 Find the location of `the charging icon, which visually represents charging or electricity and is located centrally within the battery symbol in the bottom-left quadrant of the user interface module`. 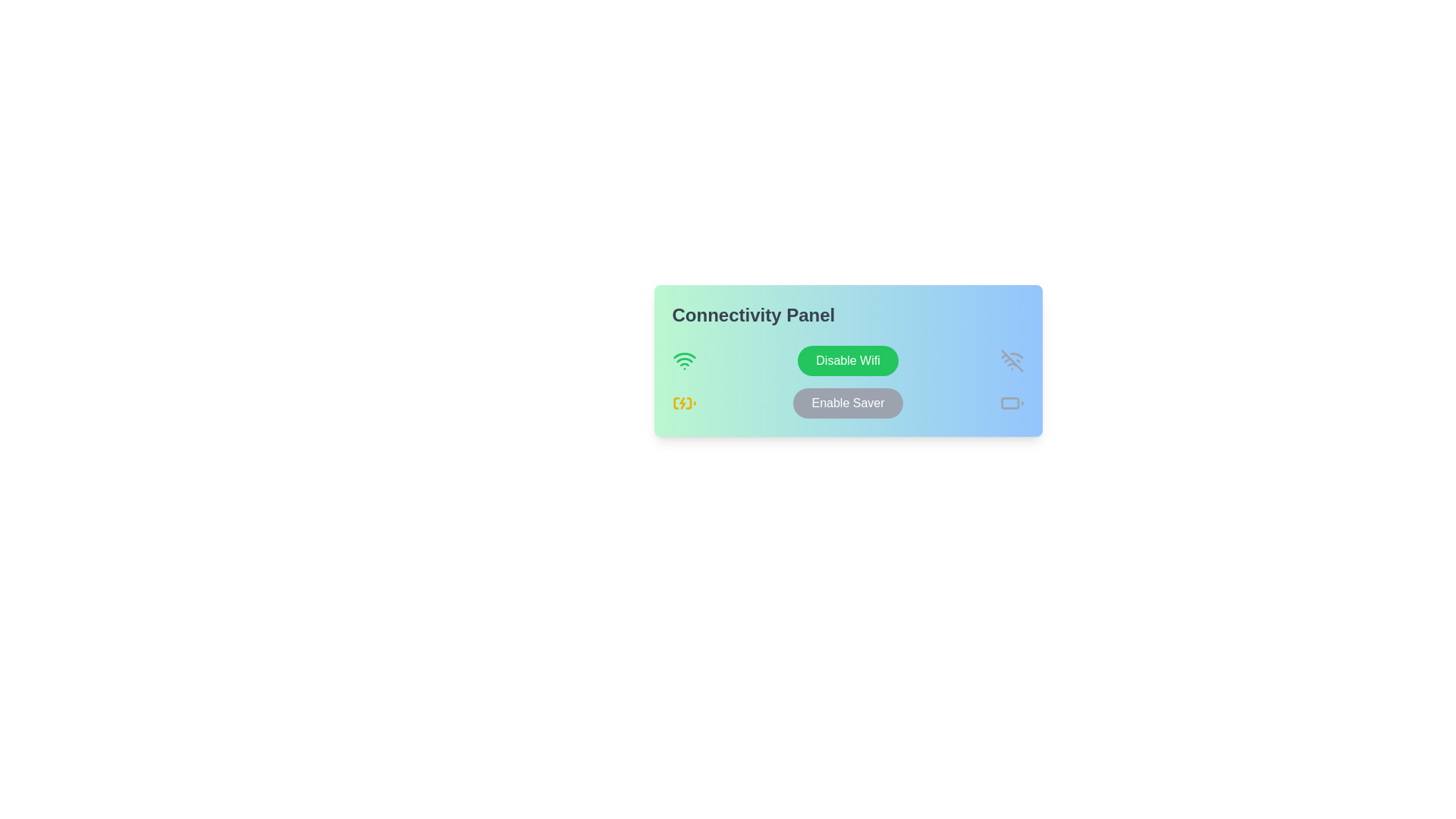

the charging icon, which visually represents charging or electricity and is located centrally within the battery symbol in the bottom-left quadrant of the user interface module is located at coordinates (681, 403).